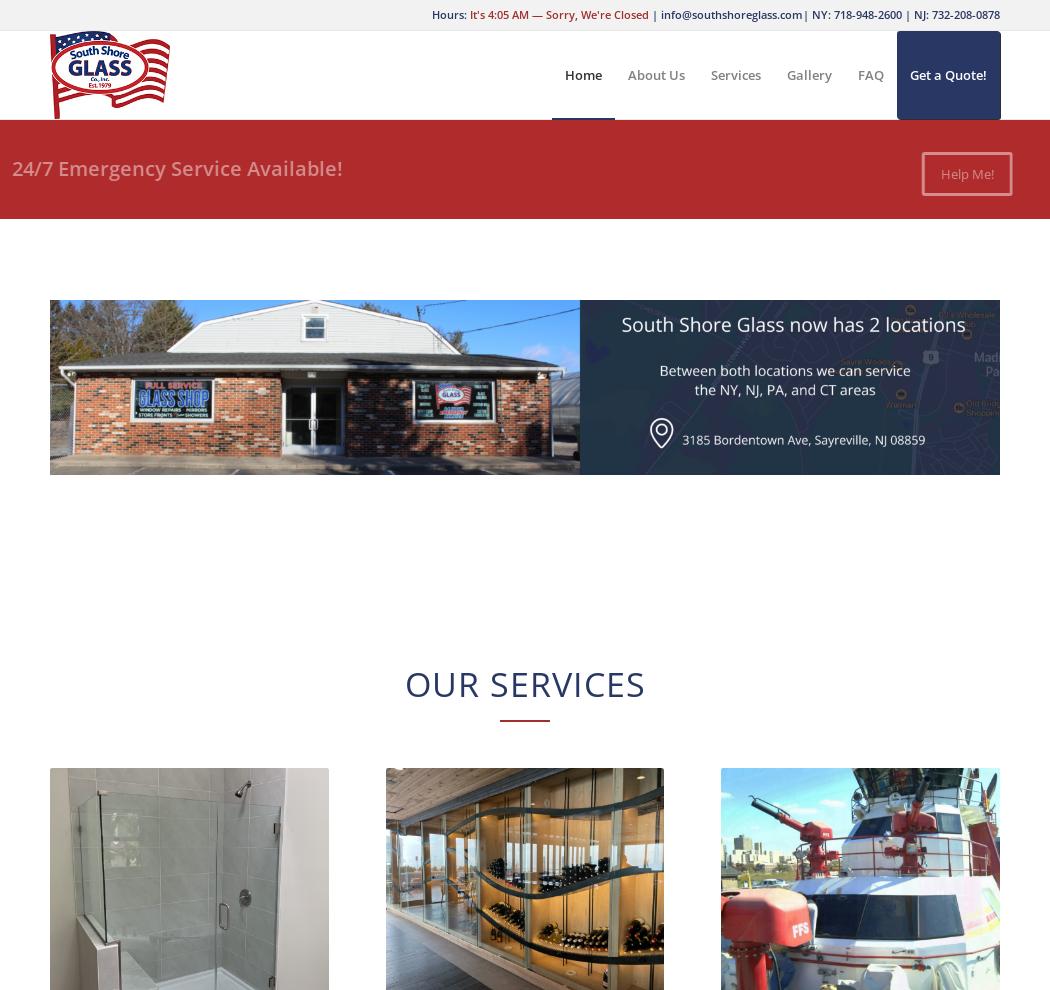  I want to click on '4:05 AM', so click(484, 13).